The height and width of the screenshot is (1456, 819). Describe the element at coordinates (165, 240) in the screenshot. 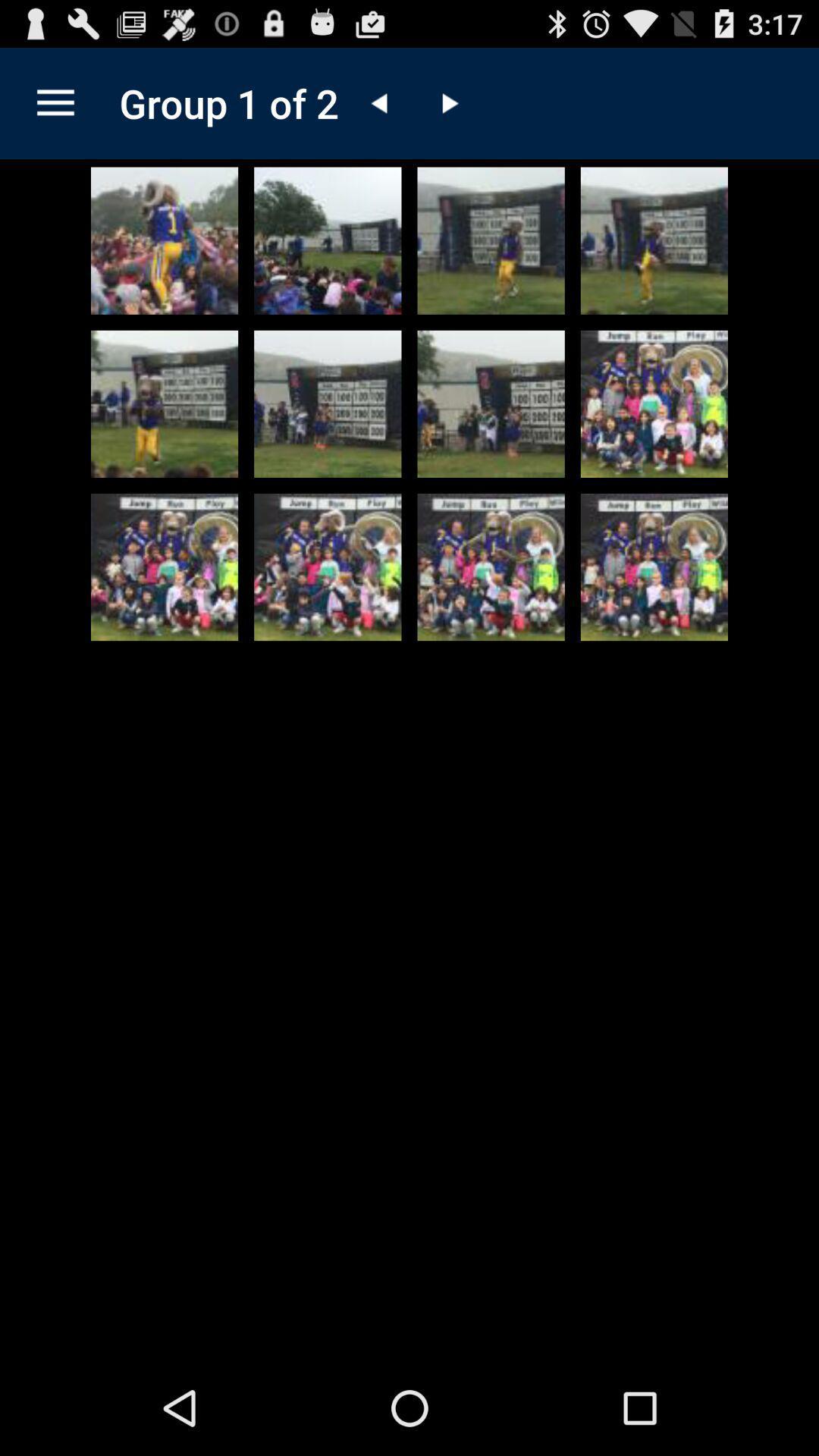

I see `look at the image` at that location.